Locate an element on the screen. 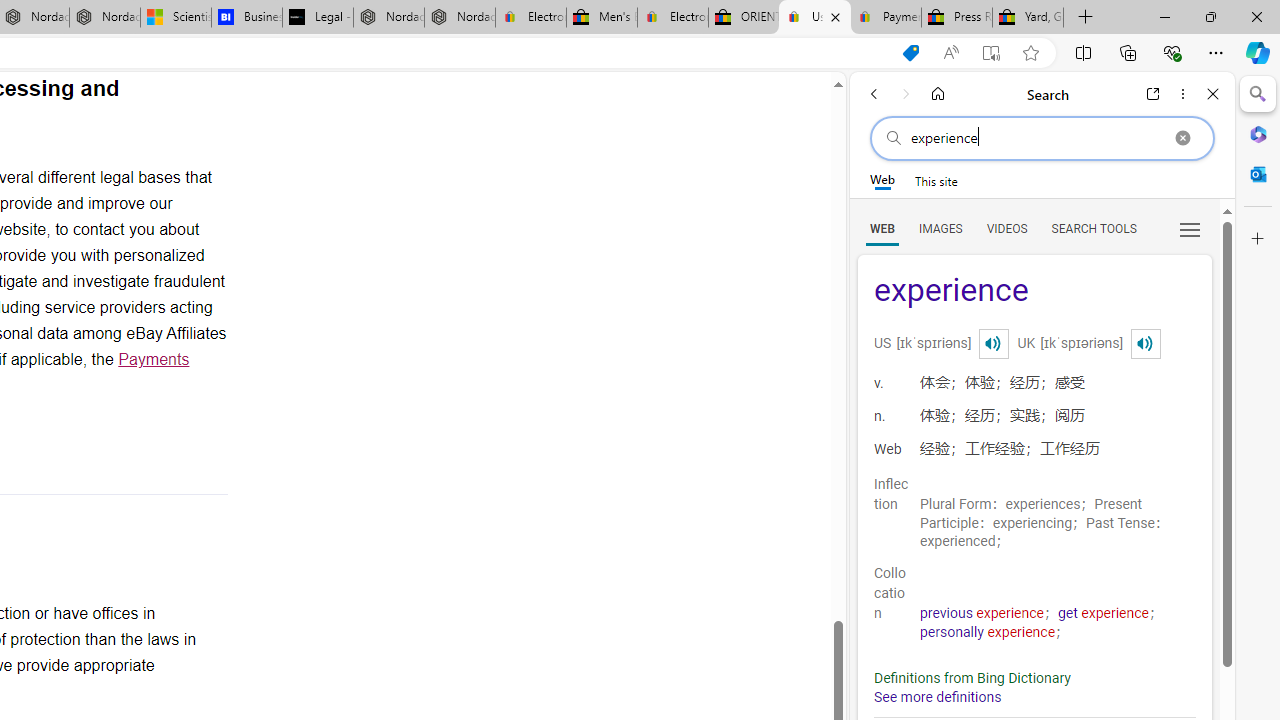 The height and width of the screenshot is (720, 1280). 'get experience' is located at coordinates (1103, 612).